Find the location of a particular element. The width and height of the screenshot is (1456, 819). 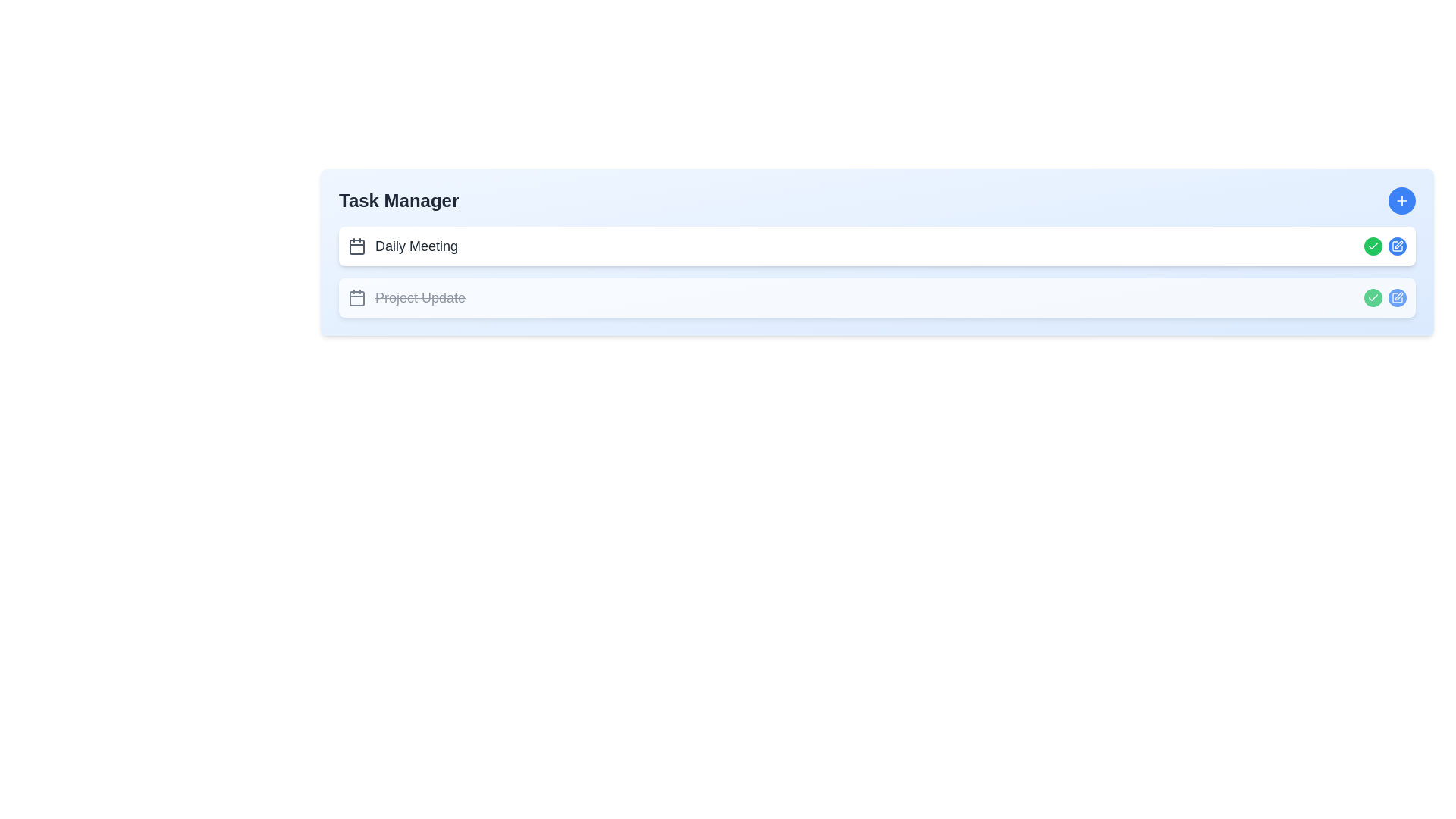

the circular blue button with a white pen icon located to the far right of the 'Project Update' task row is located at coordinates (1397, 298).